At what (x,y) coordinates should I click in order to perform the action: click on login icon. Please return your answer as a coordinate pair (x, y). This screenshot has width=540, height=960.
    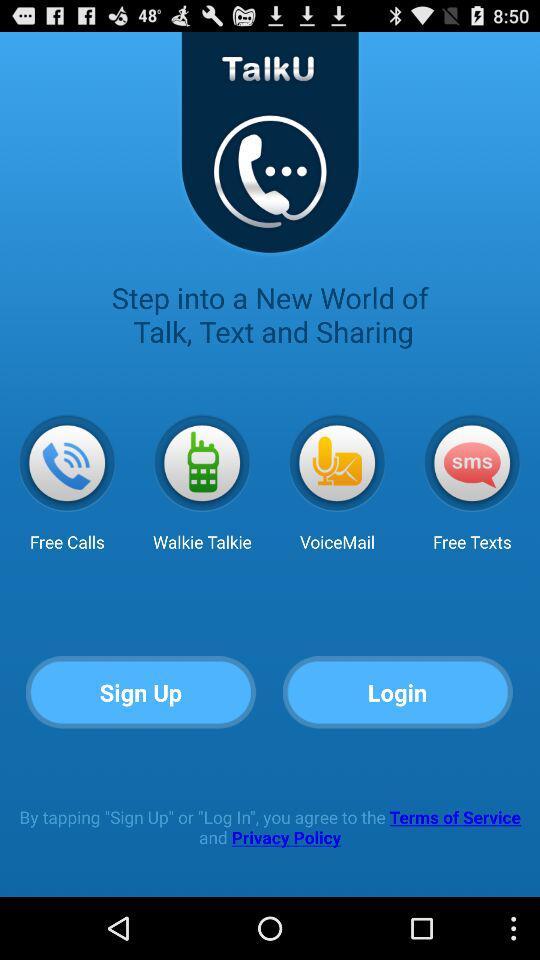
    Looking at the image, I should click on (398, 693).